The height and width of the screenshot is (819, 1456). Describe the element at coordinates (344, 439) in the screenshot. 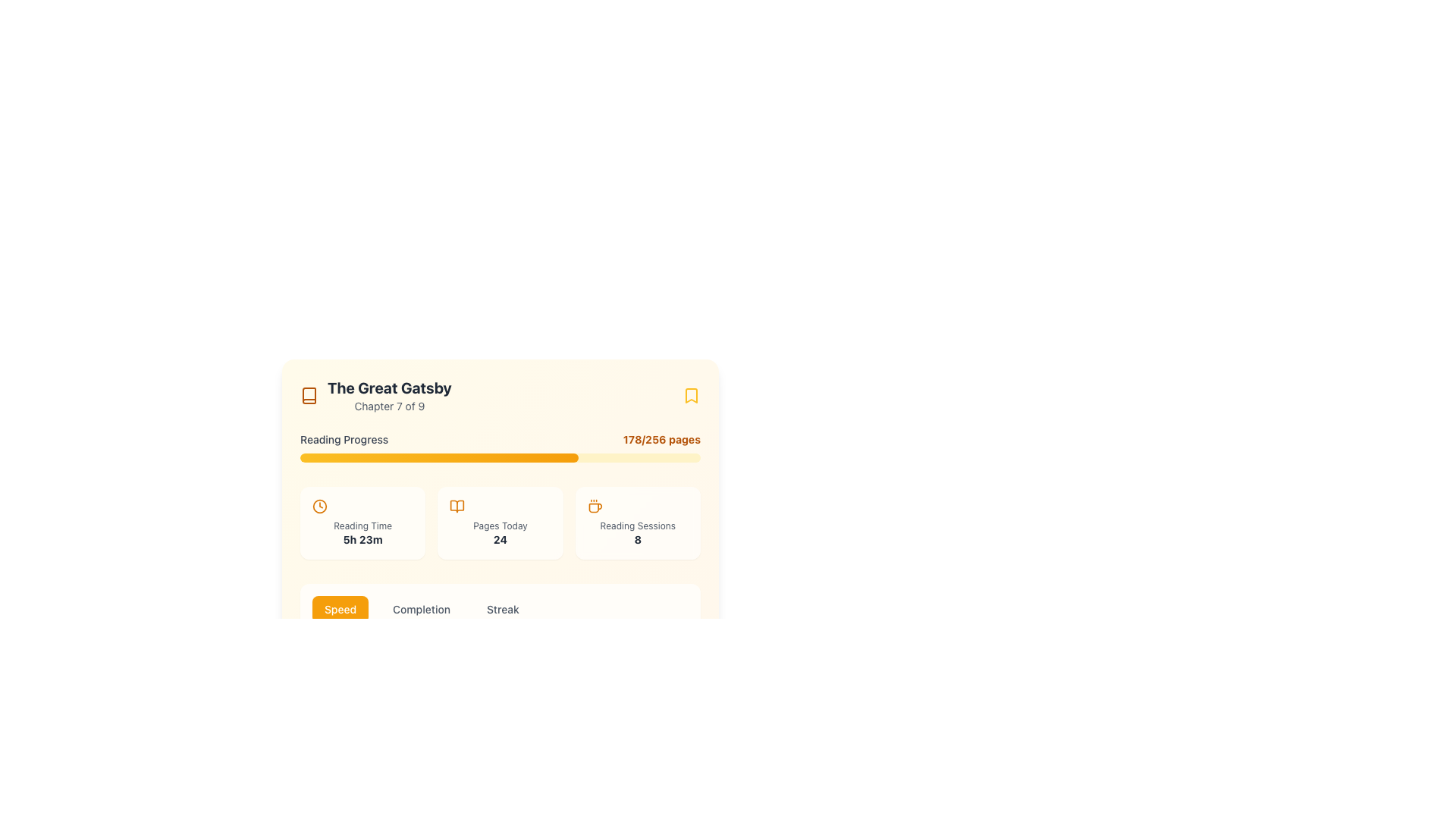

I see `the text label 'Reading Progress', which is styled in a small gray font and located above the progress bar` at that location.